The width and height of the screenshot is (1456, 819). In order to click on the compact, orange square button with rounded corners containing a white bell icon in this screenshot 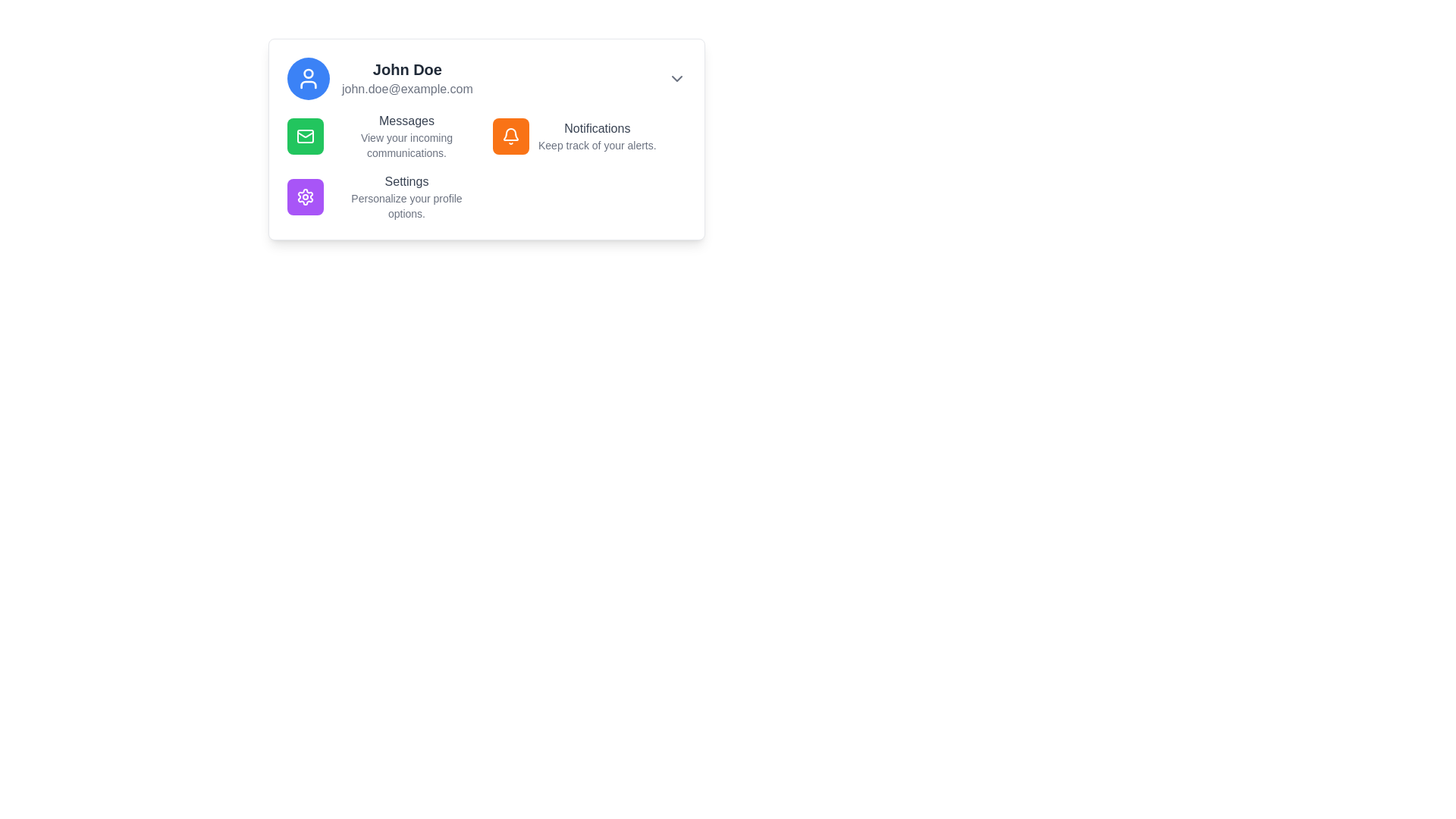, I will do `click(510, 136)`.